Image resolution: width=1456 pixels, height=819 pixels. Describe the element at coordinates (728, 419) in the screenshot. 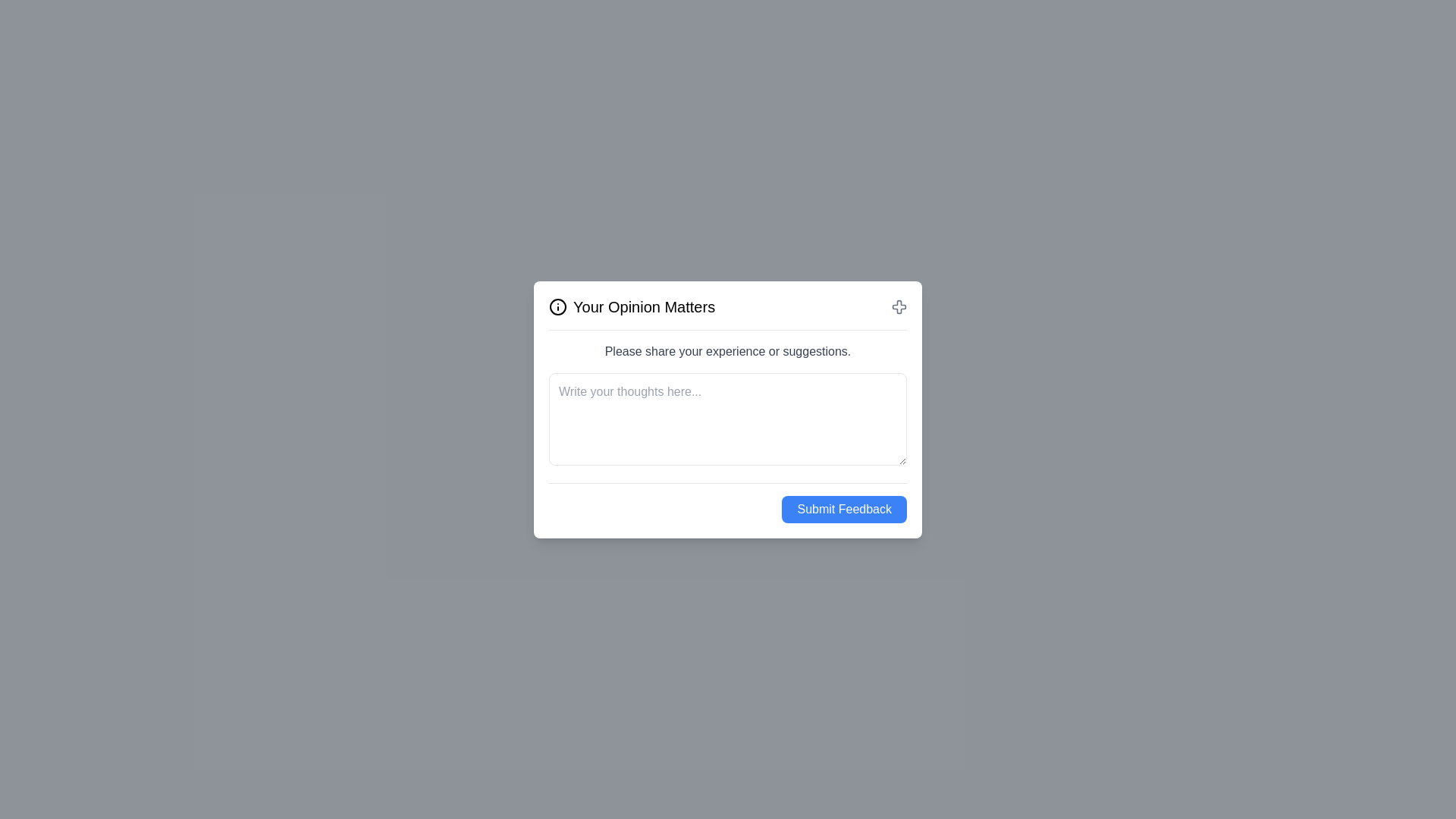

I see `the feedback textarea to focus on it` at that location.